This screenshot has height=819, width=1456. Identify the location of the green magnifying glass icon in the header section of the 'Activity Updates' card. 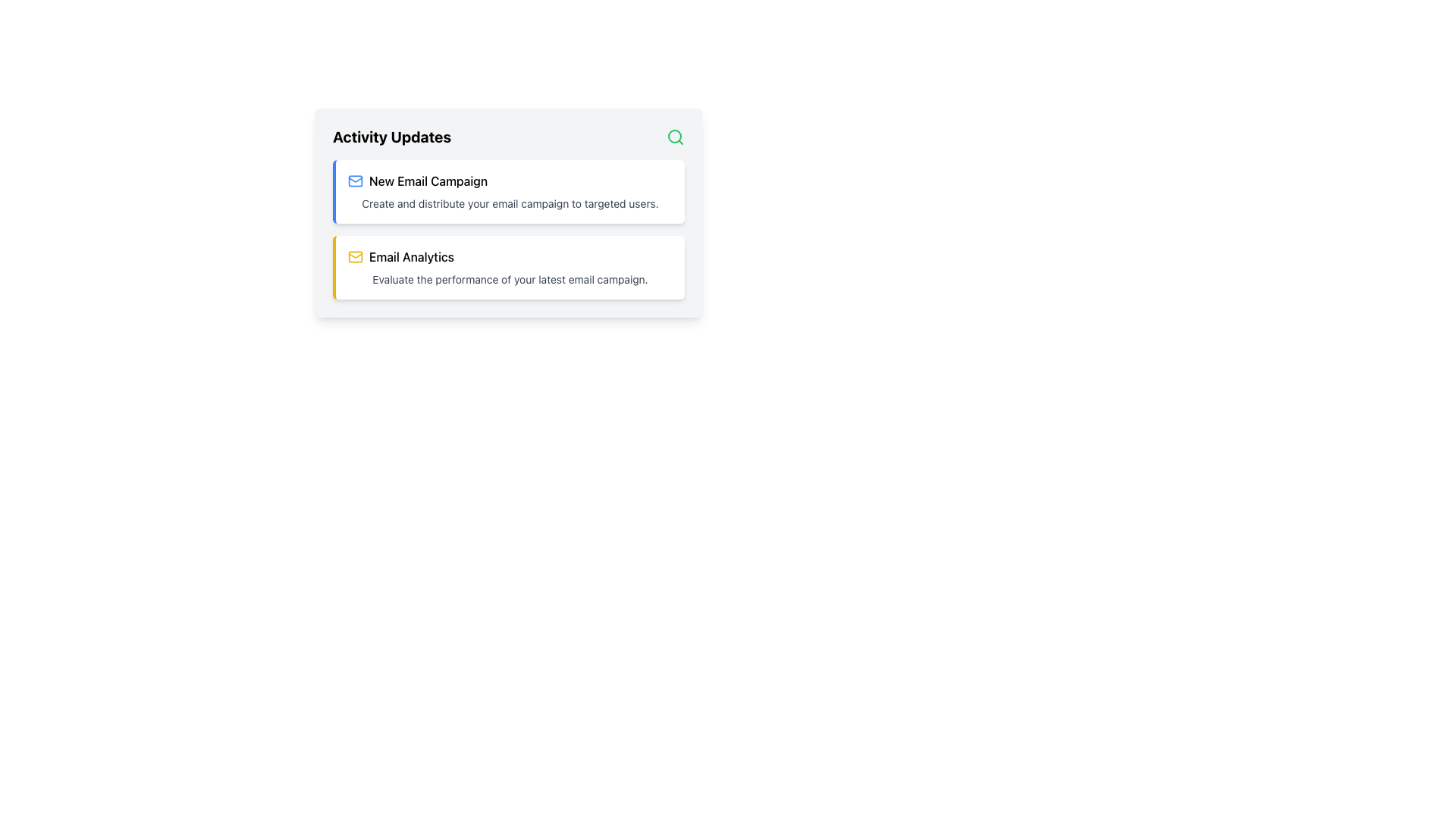
(675, 137).